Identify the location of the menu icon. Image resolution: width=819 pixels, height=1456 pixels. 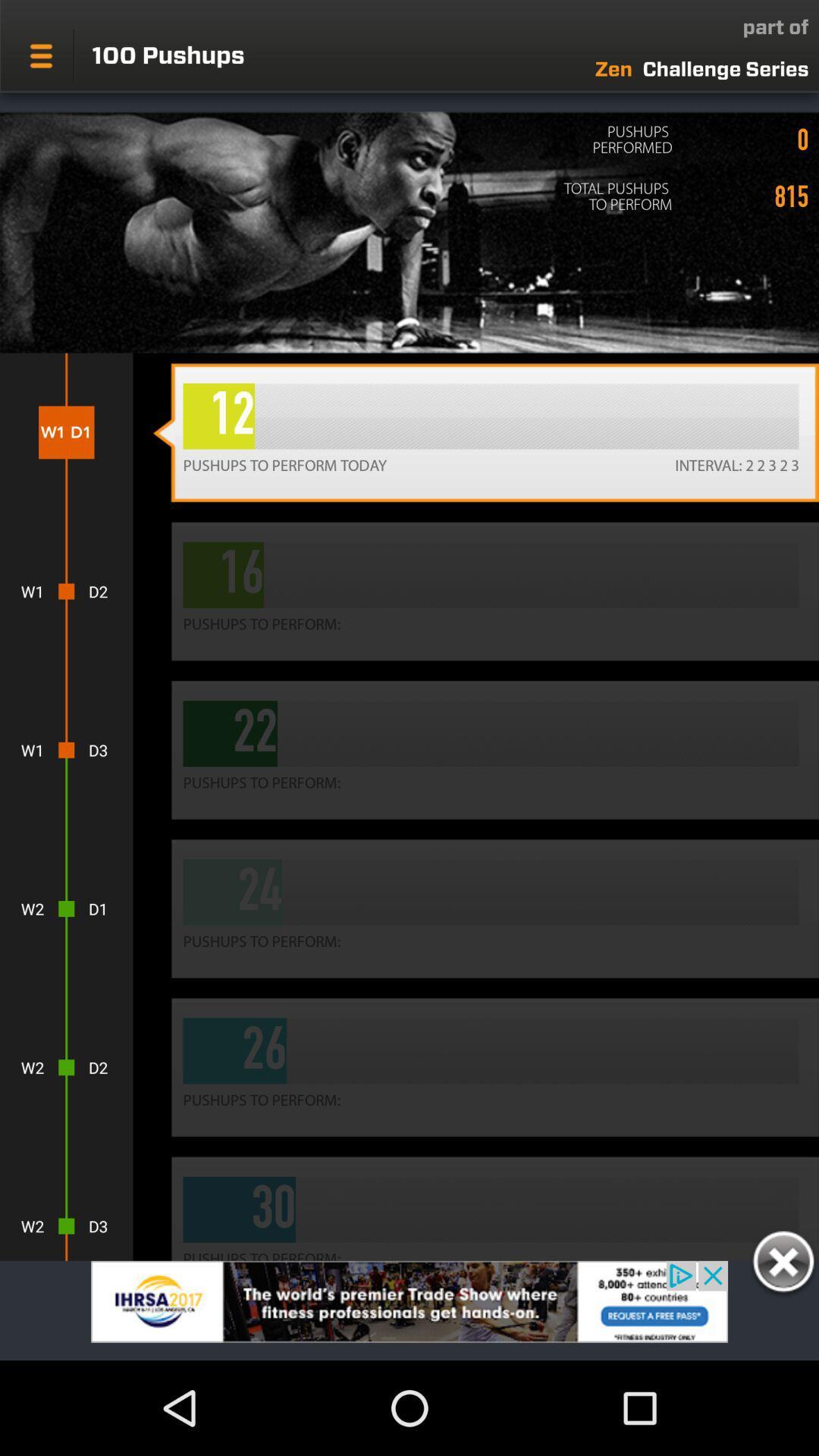
(40, 55).